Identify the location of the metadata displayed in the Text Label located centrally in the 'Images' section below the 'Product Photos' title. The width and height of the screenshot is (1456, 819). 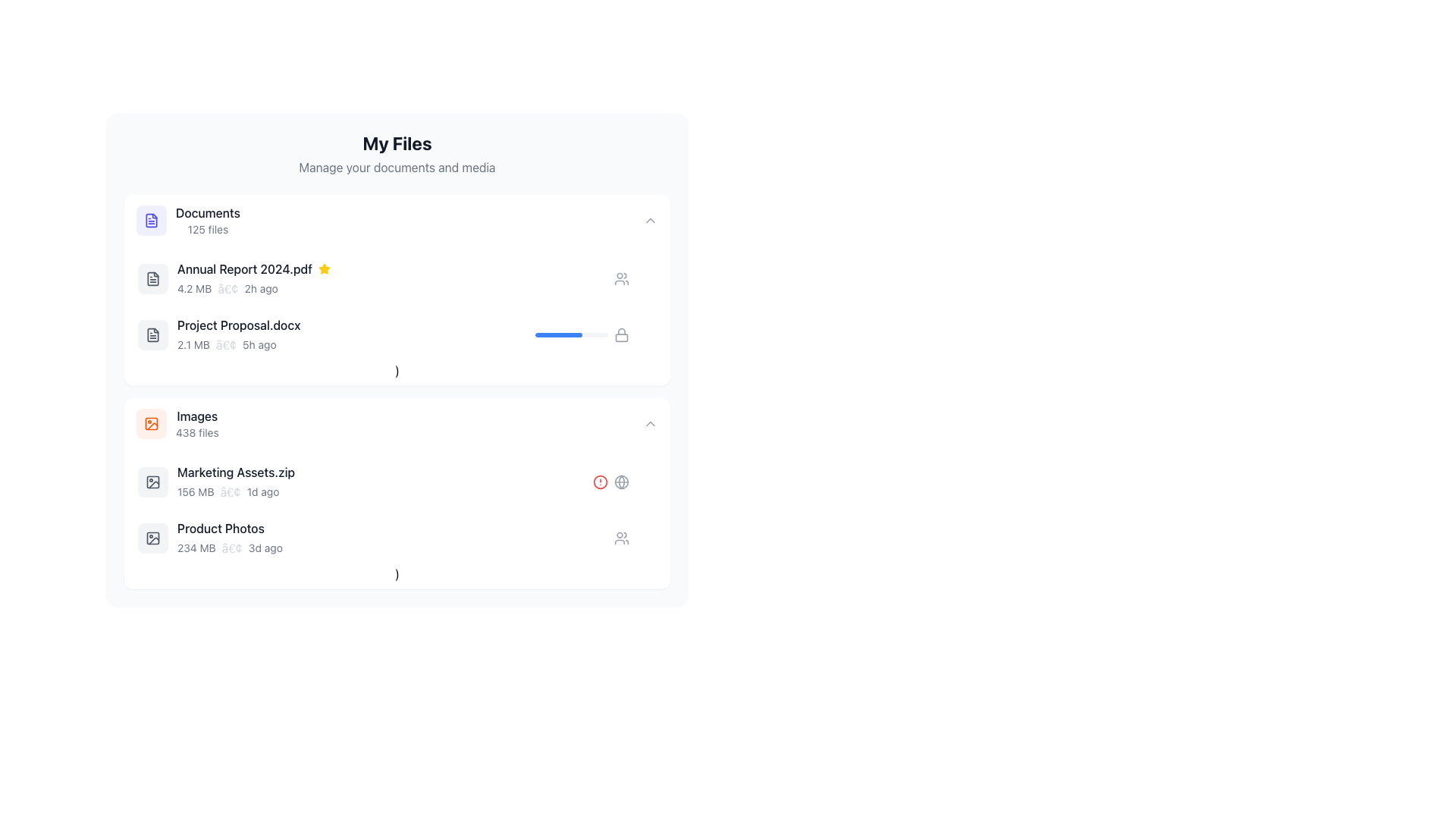
(396, 548).